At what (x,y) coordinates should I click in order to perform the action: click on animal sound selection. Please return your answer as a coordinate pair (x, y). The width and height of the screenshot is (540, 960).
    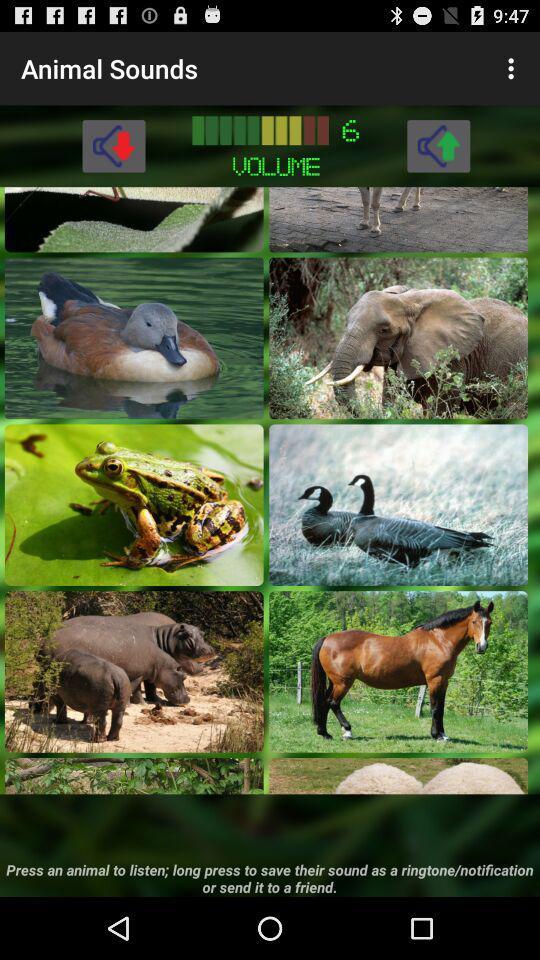
    Looking at the image, I should click on (398, 219).